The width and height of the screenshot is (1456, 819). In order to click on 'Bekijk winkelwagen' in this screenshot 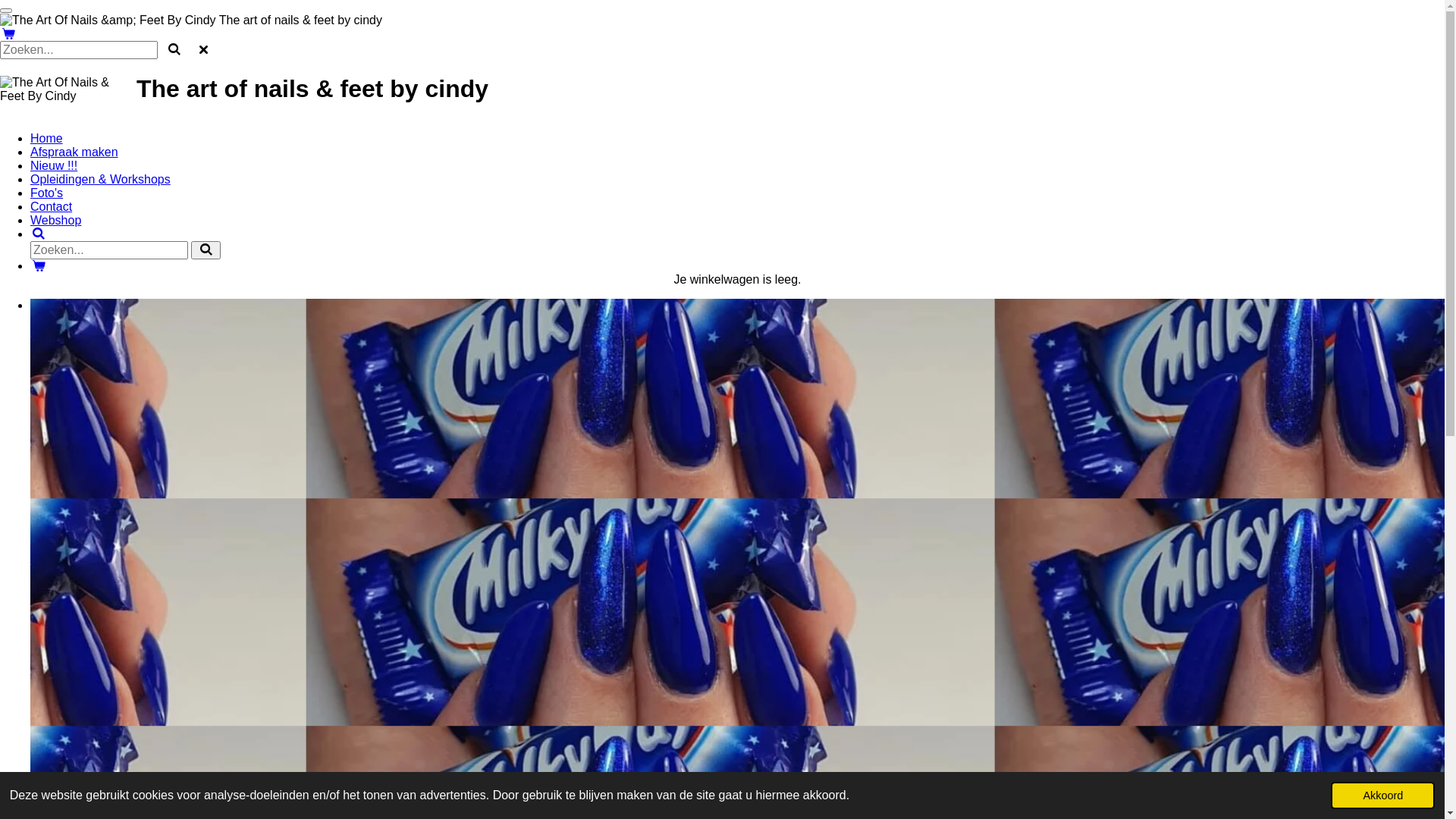, I will do `click(39, 265)`.